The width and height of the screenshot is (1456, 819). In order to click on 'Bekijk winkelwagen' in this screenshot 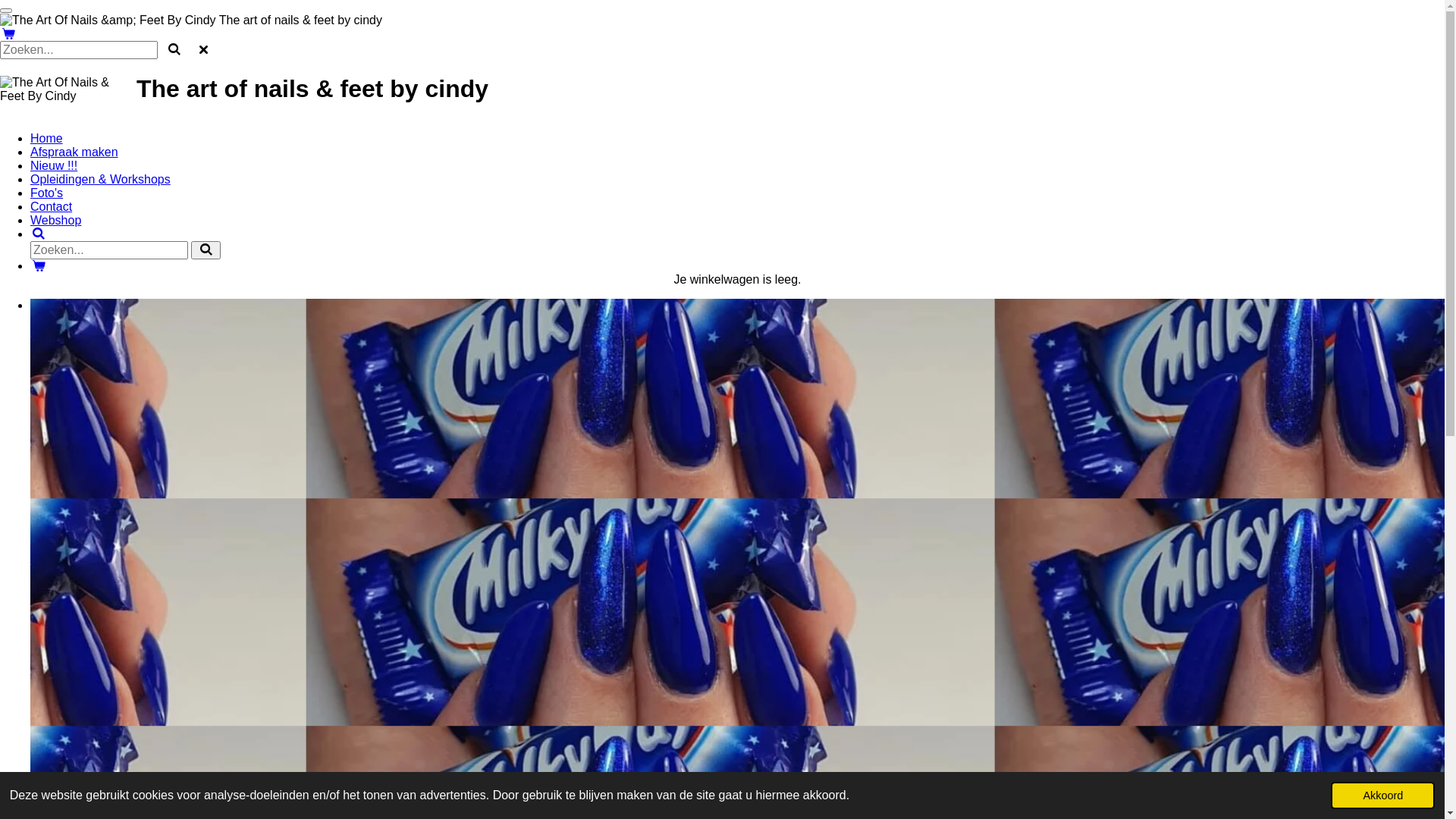, I will do `click(39, 265)`.